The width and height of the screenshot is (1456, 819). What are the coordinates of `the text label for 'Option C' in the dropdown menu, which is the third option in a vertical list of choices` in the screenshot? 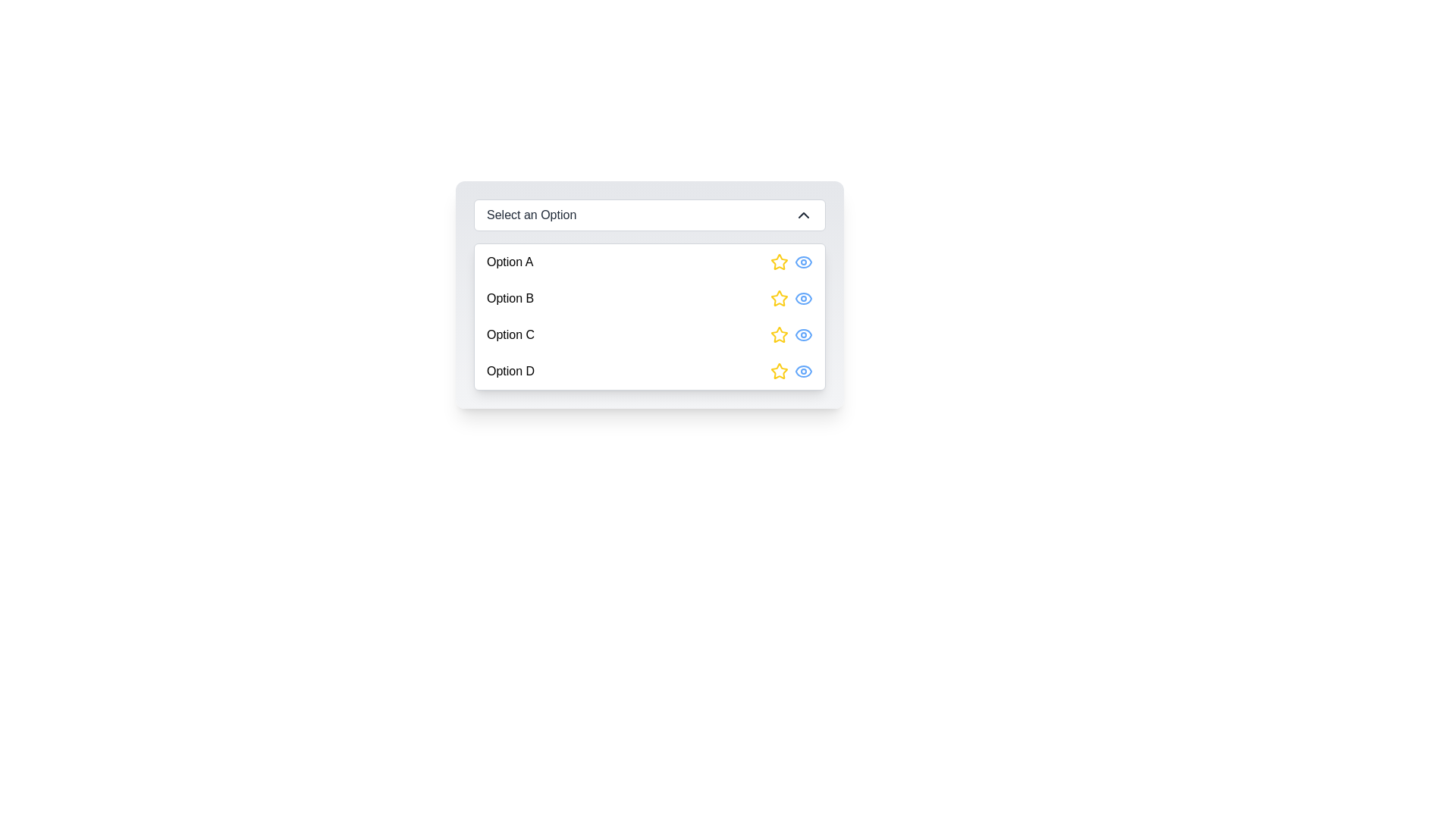 It's located at (510, 334).